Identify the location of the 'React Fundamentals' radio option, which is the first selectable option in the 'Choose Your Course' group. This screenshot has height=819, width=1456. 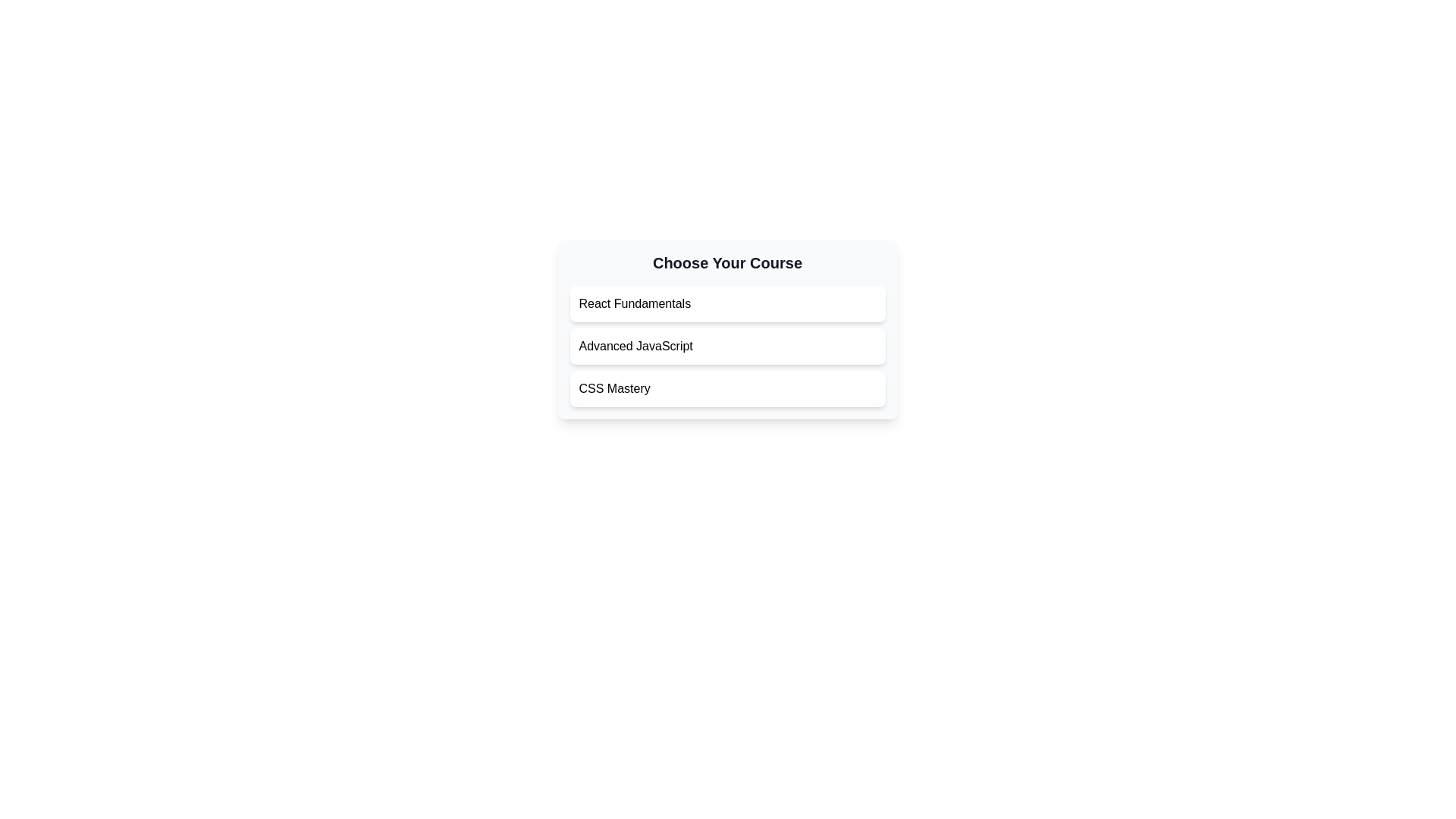
(726, 304).